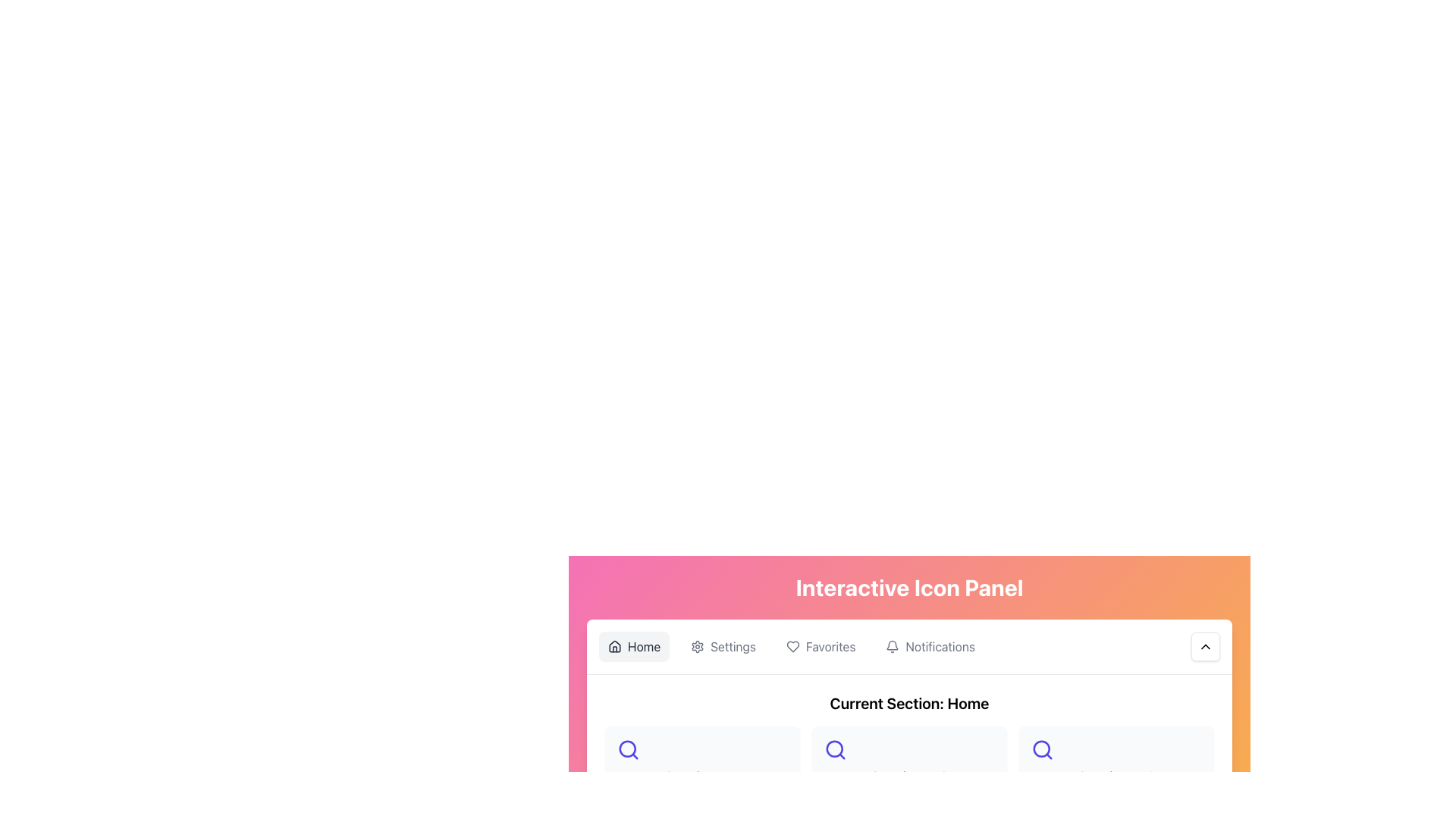 The image size is (1456, 819). I want to click on the circular graphic within the search icon, which is the second icon from the left in the featured section, so click(1040, 748).